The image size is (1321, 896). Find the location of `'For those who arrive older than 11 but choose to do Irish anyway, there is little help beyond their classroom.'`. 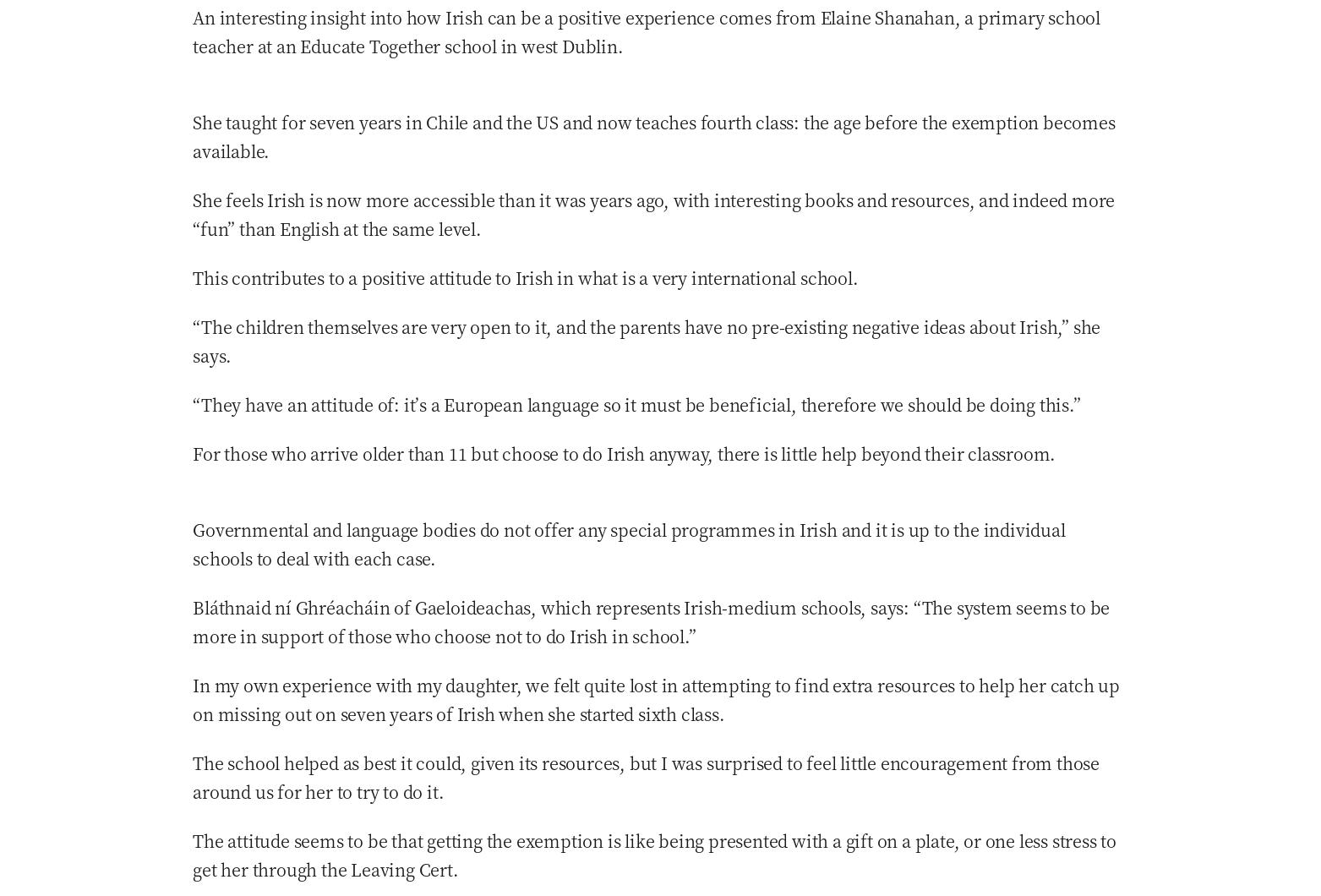

'For those who arrive older than 11 but choose to do Irish anyway, there is little help beyond their classroom.' is located at coordinates (624, 452).